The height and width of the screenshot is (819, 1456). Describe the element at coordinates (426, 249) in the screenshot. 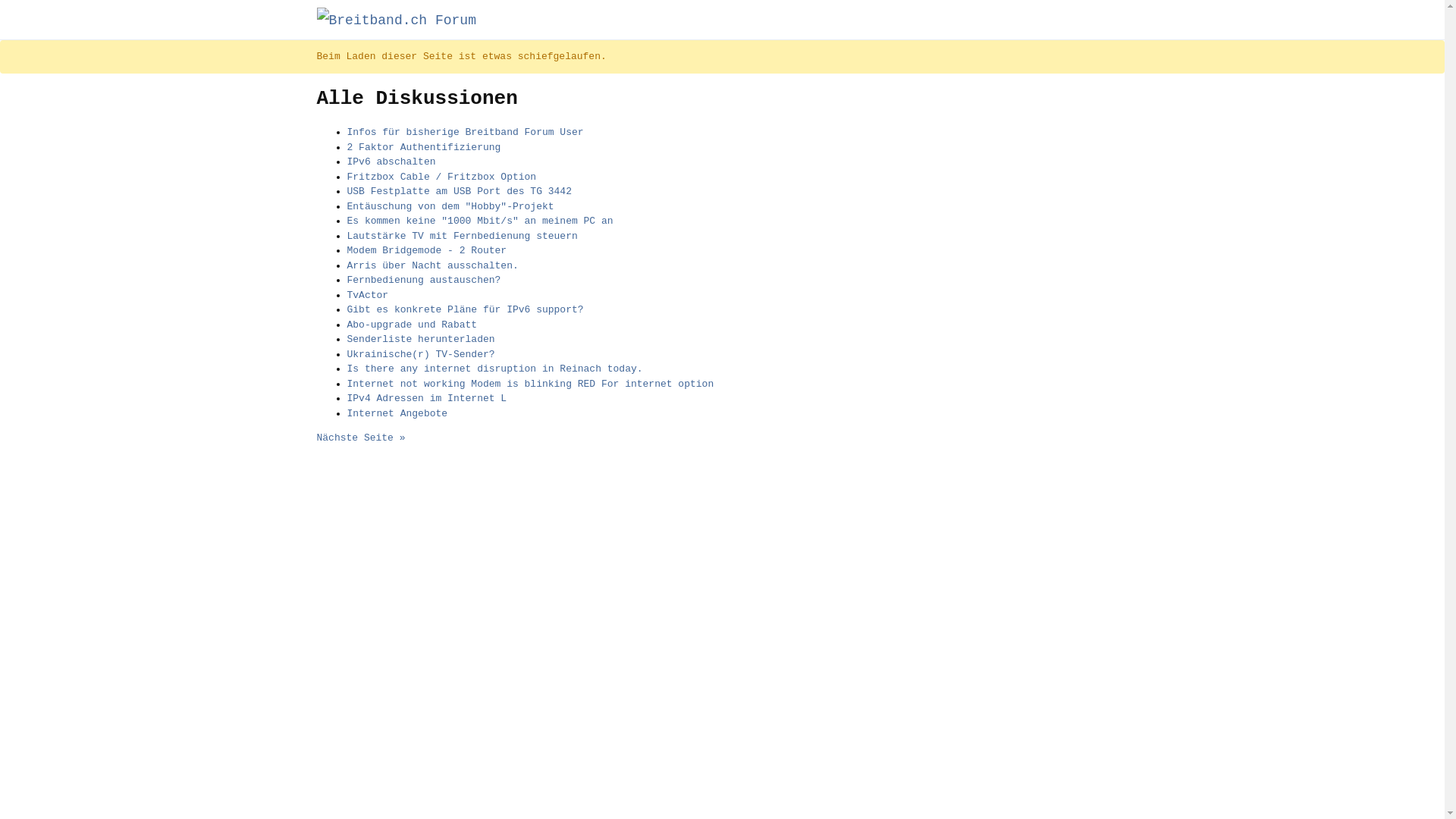

I see `'Modem Bridgemode - 2 Router'` at that location.